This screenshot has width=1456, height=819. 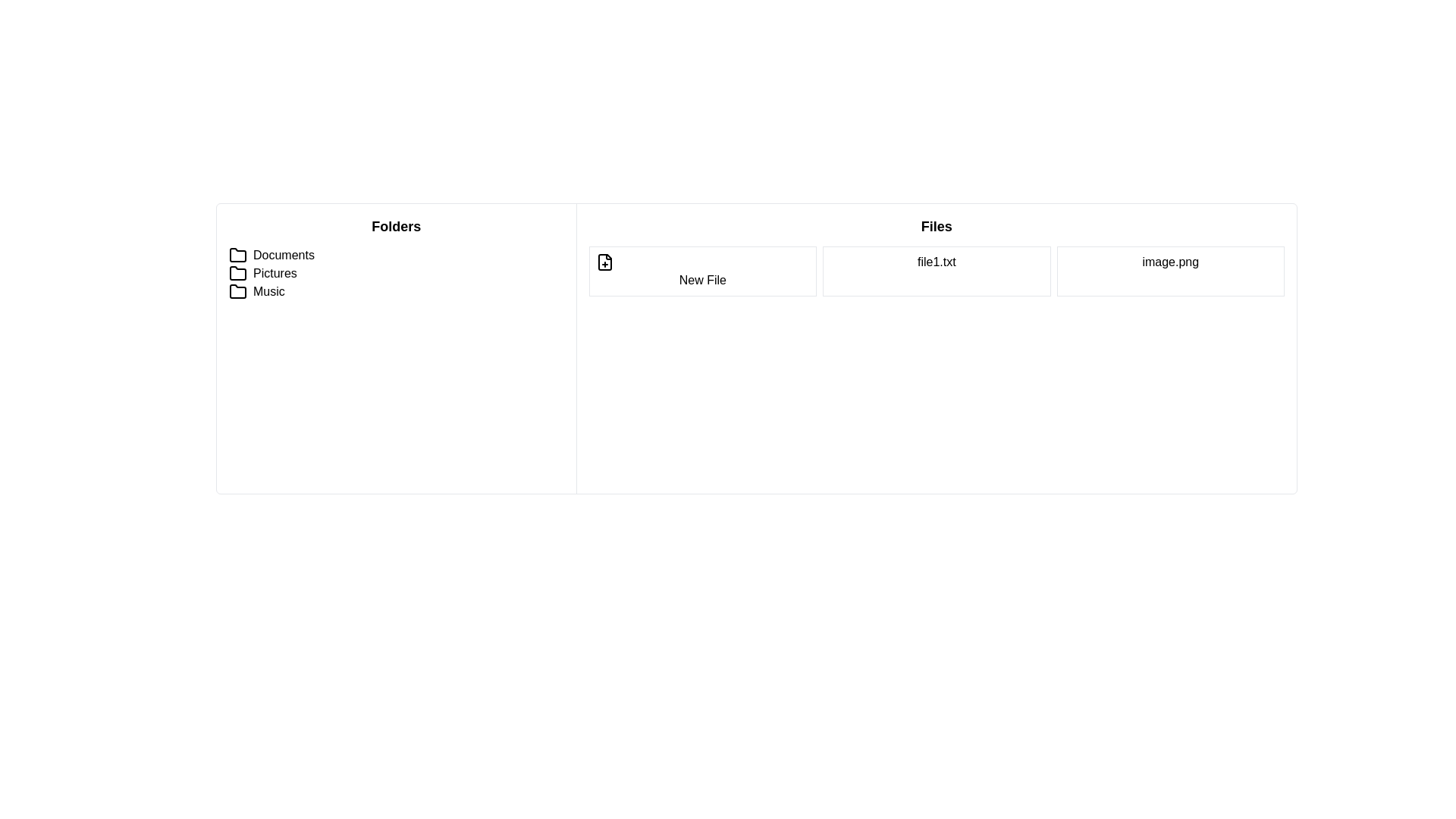 What do you see at coordinates (237, 292) in the screenshot?
I see `the folder icon with rounded corners and a tab` at bounding box center [237, 292].